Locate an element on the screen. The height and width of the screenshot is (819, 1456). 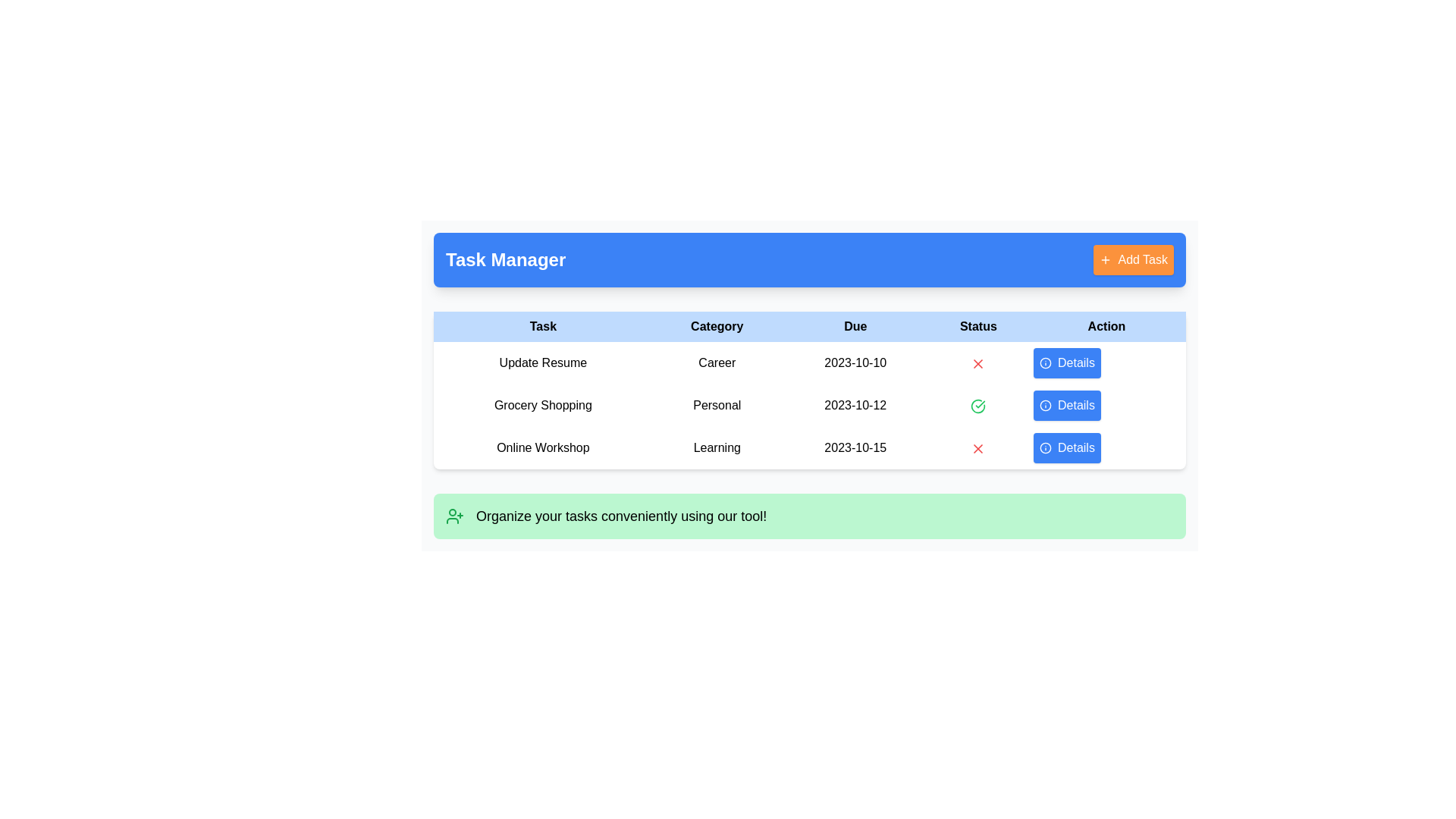
the date text element displaying '2023-10-10' in the 'Due' column of the 'Update Resume' task row is located at coordinates (855, 362).